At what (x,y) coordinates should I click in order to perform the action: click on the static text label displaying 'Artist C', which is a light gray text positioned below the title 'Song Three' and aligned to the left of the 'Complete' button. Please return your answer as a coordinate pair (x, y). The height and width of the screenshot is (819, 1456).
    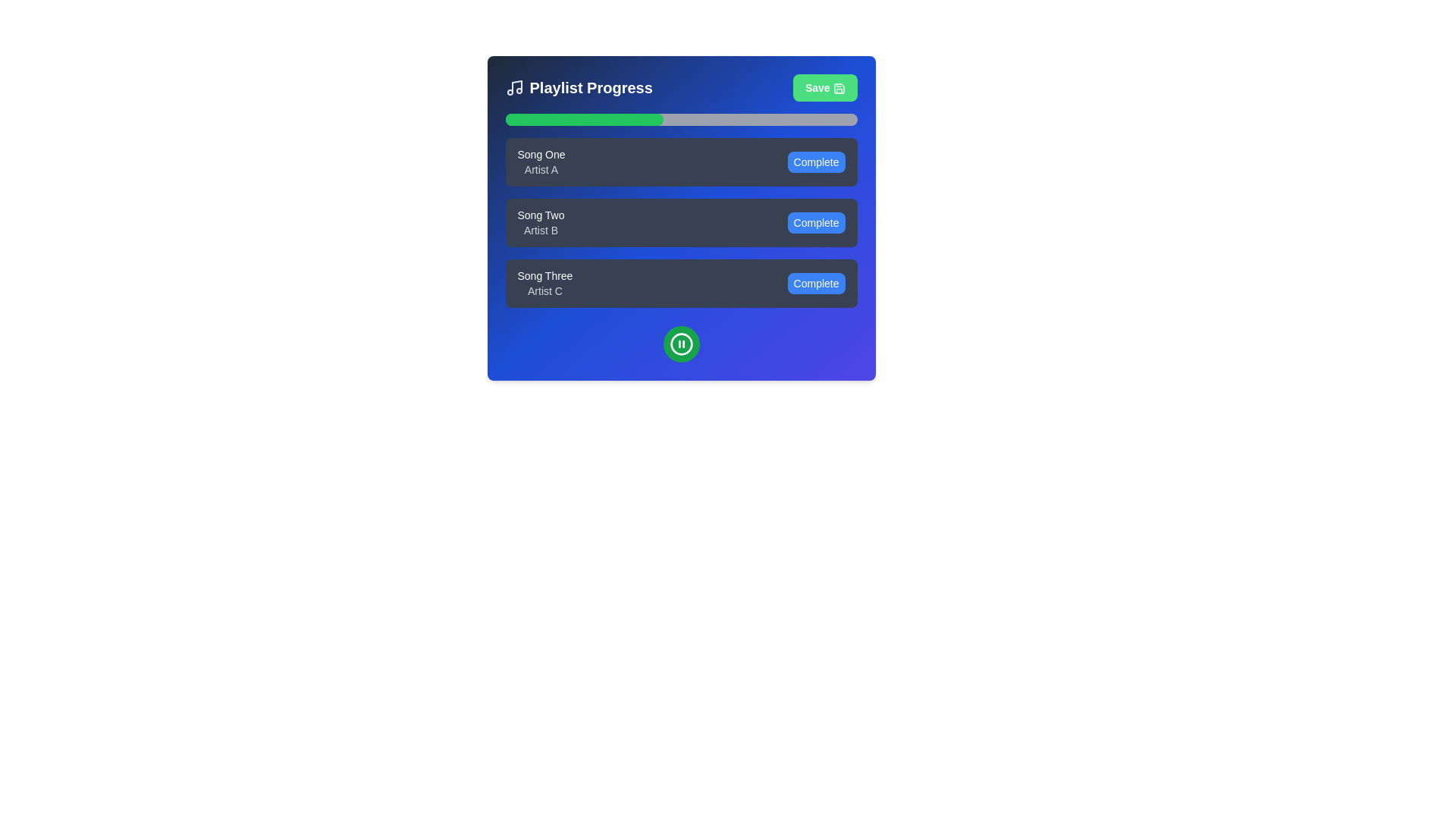
    Looking at the image, I should click on (545, 291).